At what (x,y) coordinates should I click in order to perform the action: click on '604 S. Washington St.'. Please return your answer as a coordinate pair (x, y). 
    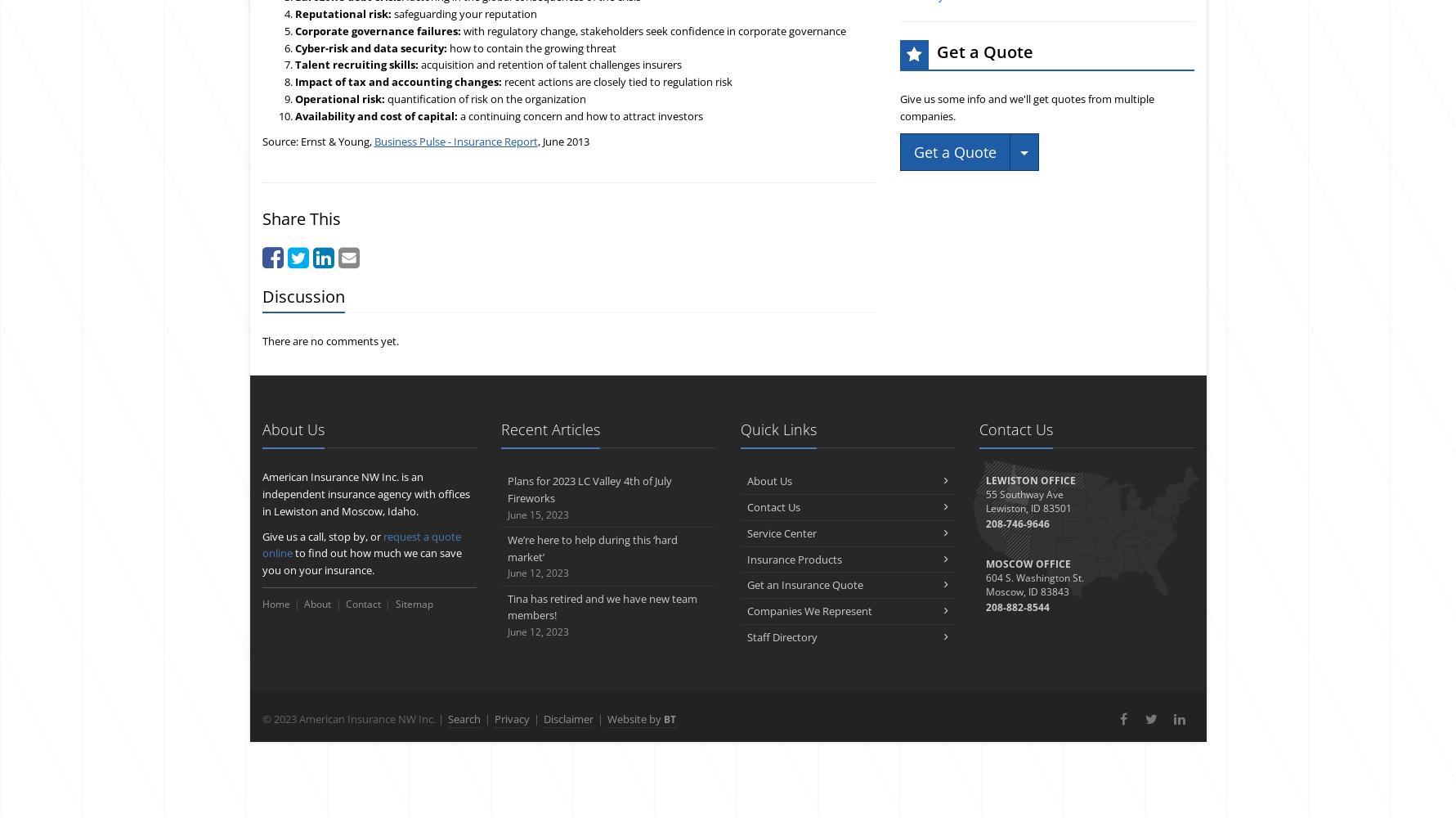
    Looking at the image, I should click on (1033, 577).